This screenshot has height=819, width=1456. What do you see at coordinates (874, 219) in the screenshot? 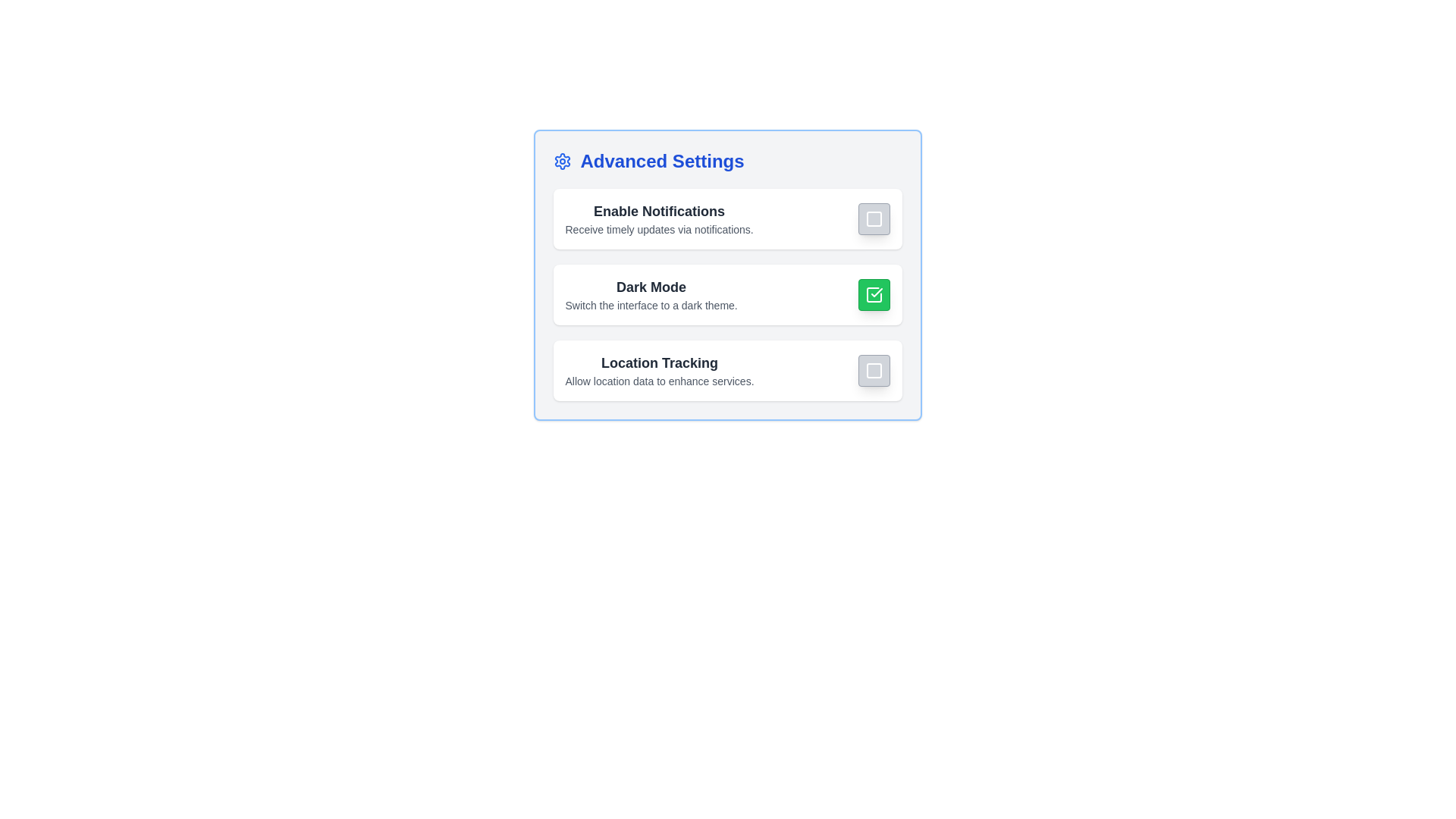
I see `the interactive toggle button located to the right of the 'Enable Notifications' text in the 'Advanced Settings' section to observe any interactive effects` at bounding box center [874, 219].